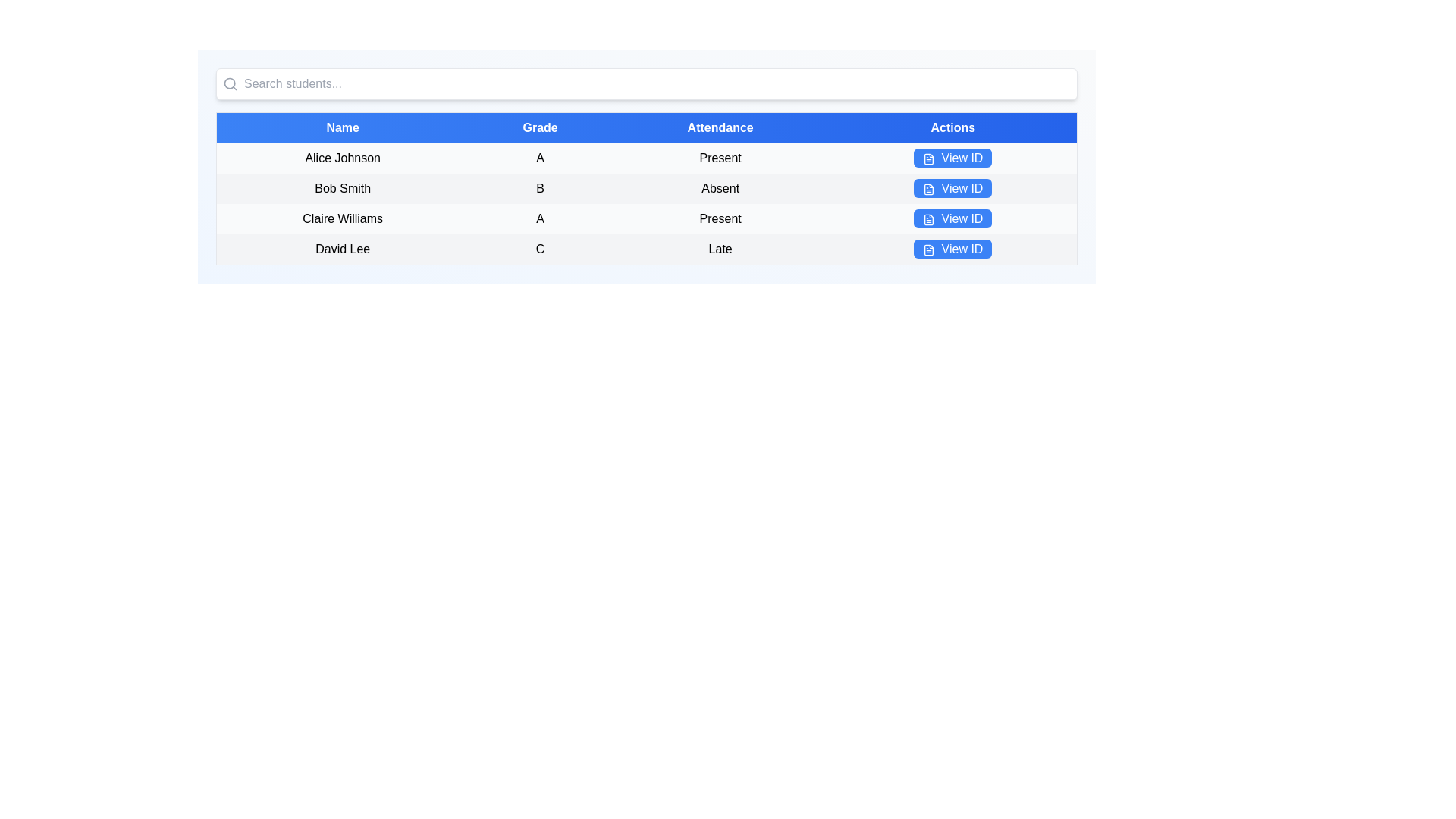  Describe the element at coordinates (952, 248) in the screenshot. I see `the button in the 'Actions' column of the table for the student 'David Lee'` at that location.